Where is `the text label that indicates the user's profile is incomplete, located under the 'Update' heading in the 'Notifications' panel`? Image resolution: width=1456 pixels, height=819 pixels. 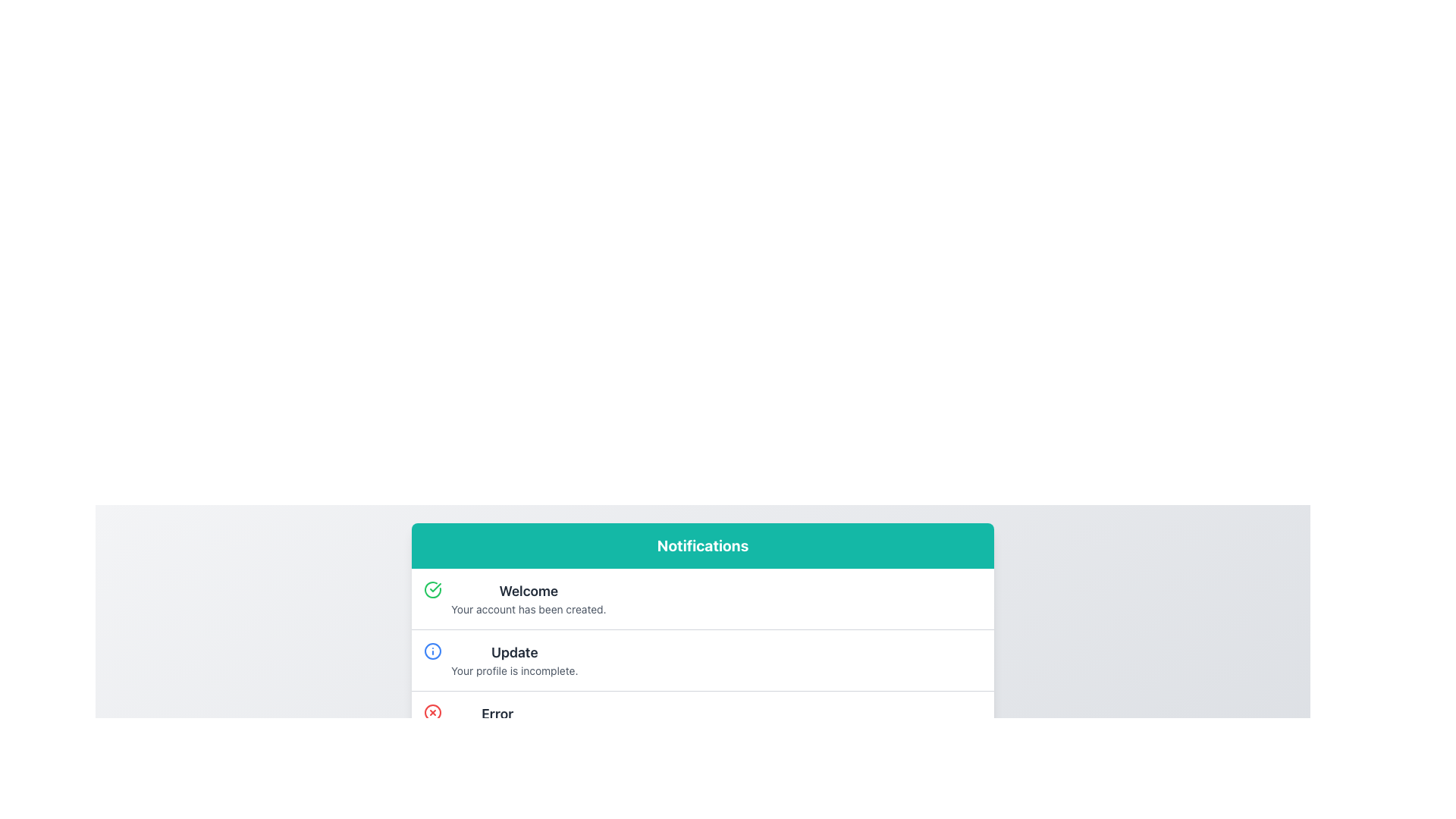 the text label that indicates the user's profile is incomplete, located under the 'Update' heading in the 'Notifications' panel is located at coordinates (514, 670).